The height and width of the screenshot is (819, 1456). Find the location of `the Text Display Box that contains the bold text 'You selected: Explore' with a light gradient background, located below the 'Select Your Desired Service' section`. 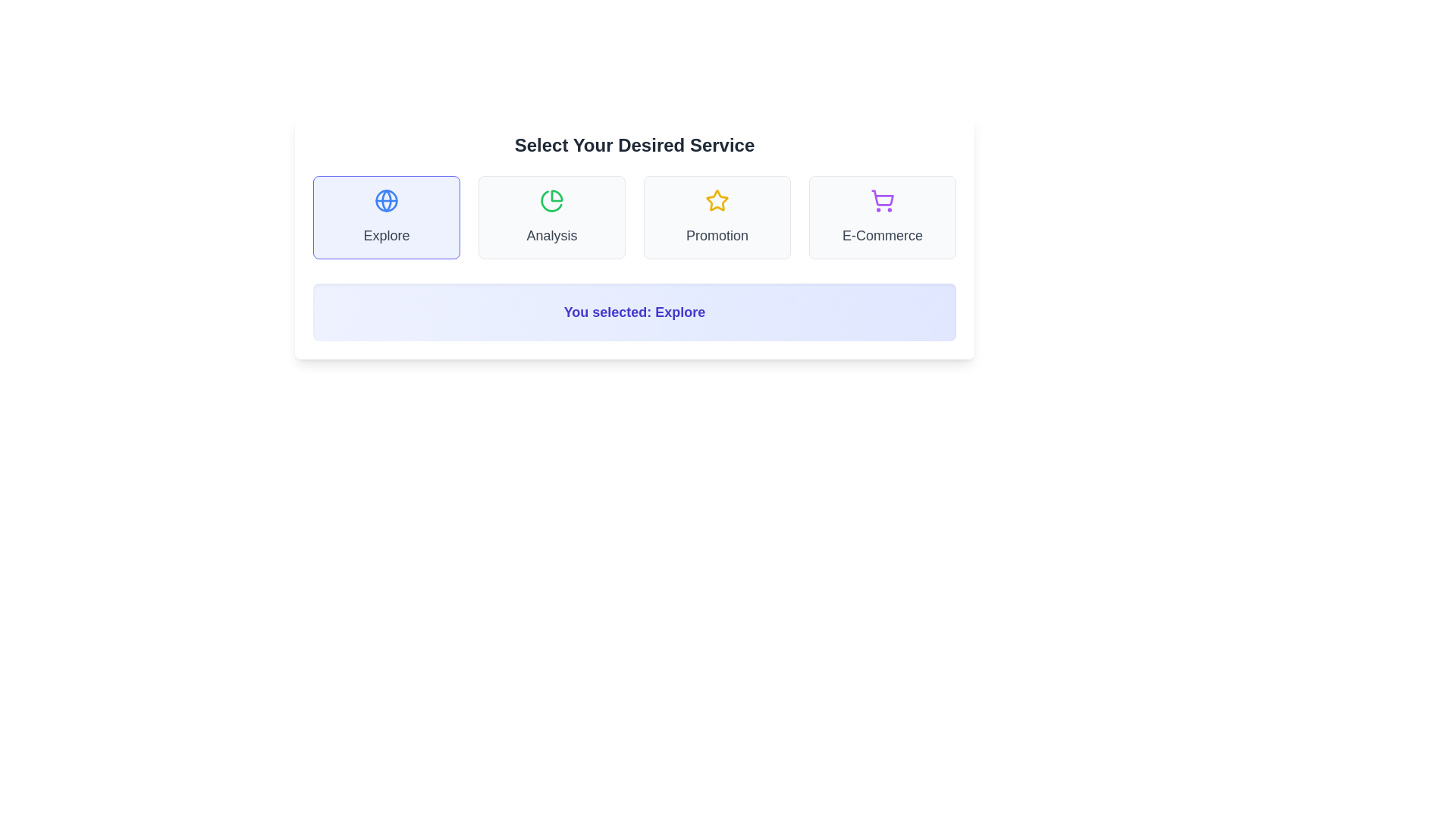

the Text Display Box that contains the bold text 'You selected: Explore' with a light gradient background, located below the 'Select Your Desired Service' section is located at coordinates (634, 312).